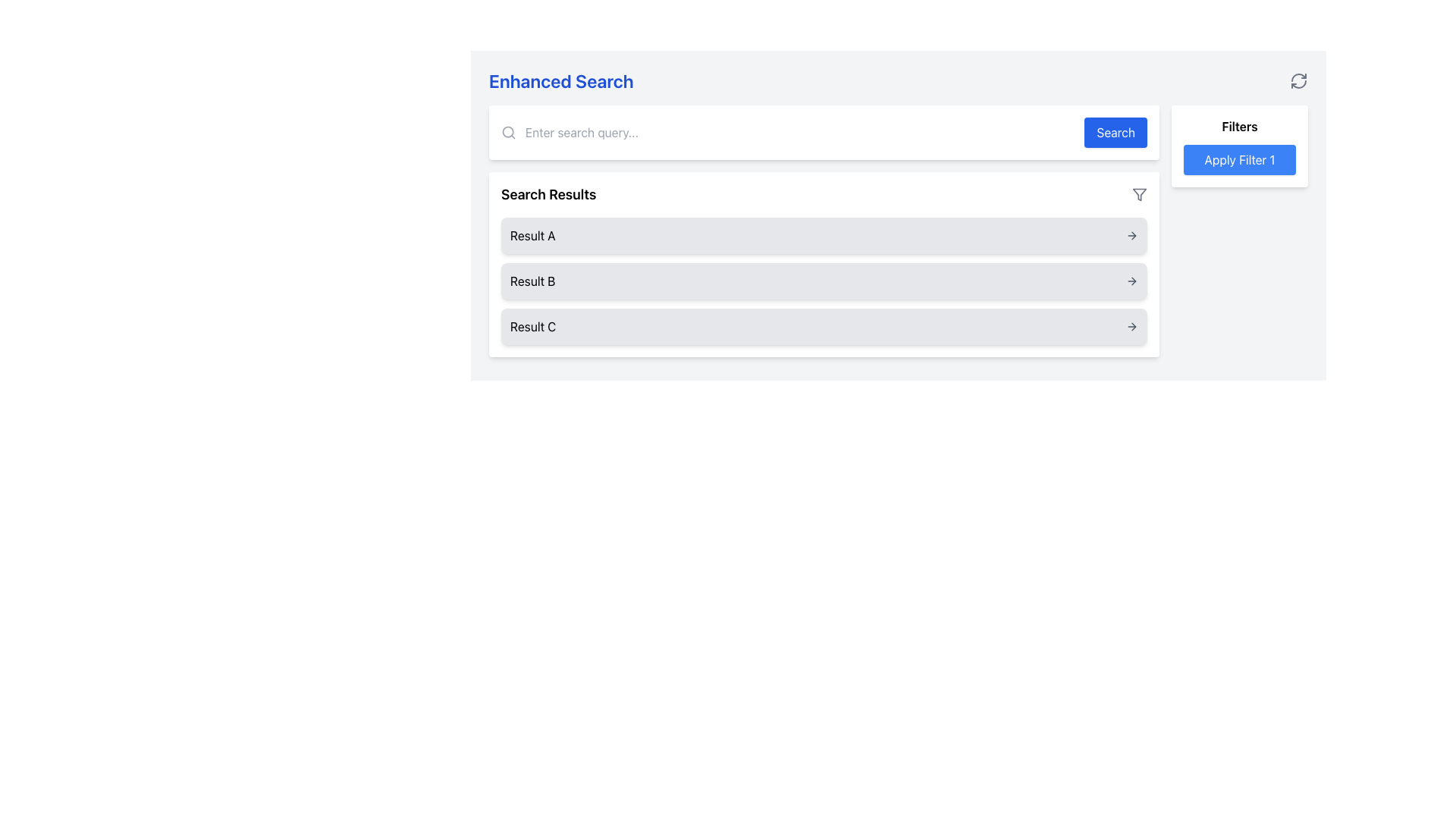 The width and height of the screenshot is (1456, 819). What do you see at coordinates (1131, 326) in the screenshot?
I see `the navigation icon located at the rightmost position of the third row, adjacent to the text 'Result C'` at bounding box center [1131, 326].